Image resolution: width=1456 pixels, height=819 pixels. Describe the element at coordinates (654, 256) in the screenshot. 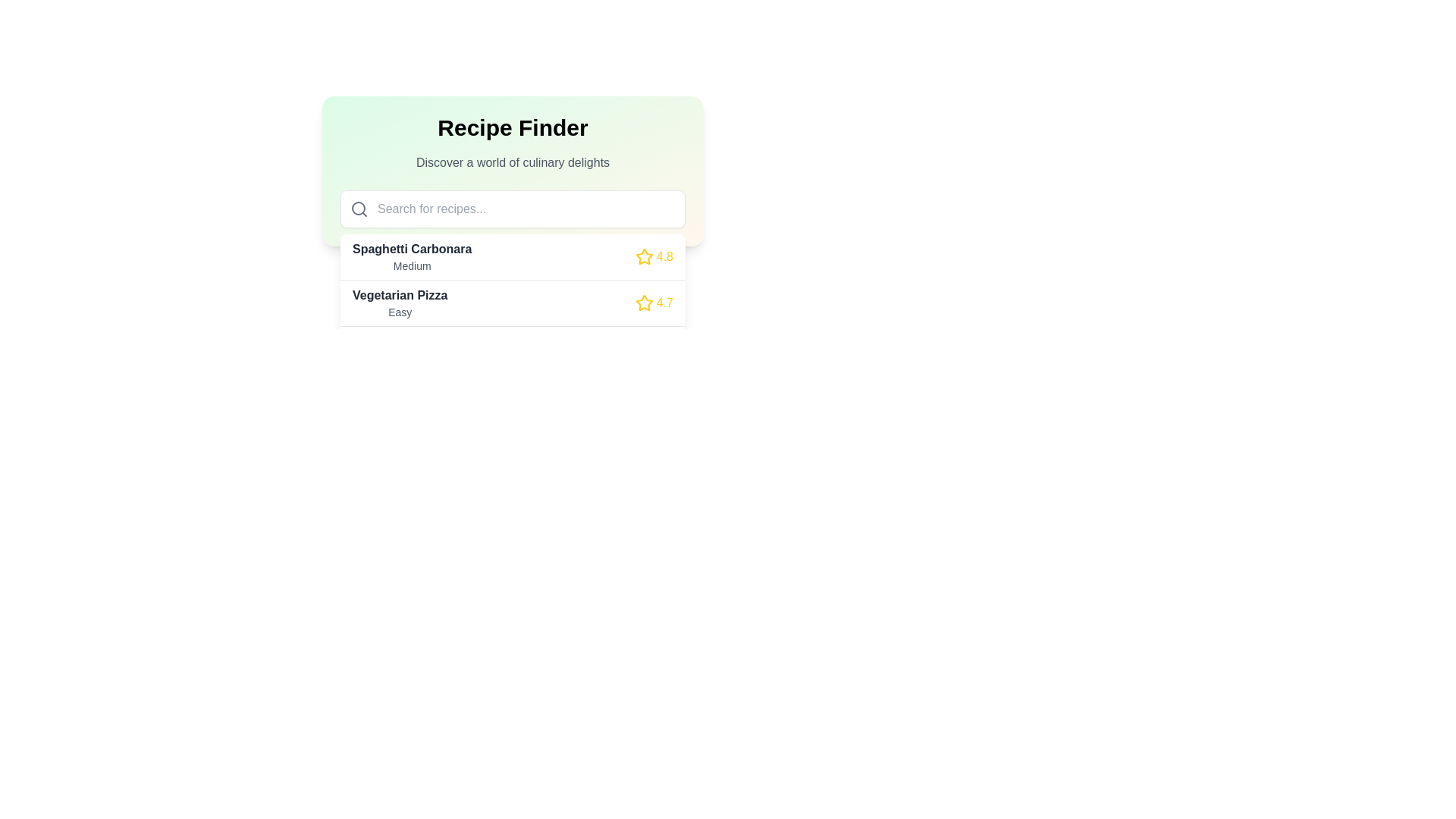

I see `the Rating Indicator with Star Icon and Text for the Spaghetti Carbonara dish, located at the far right of its row, displaying its numeric score` at that location.